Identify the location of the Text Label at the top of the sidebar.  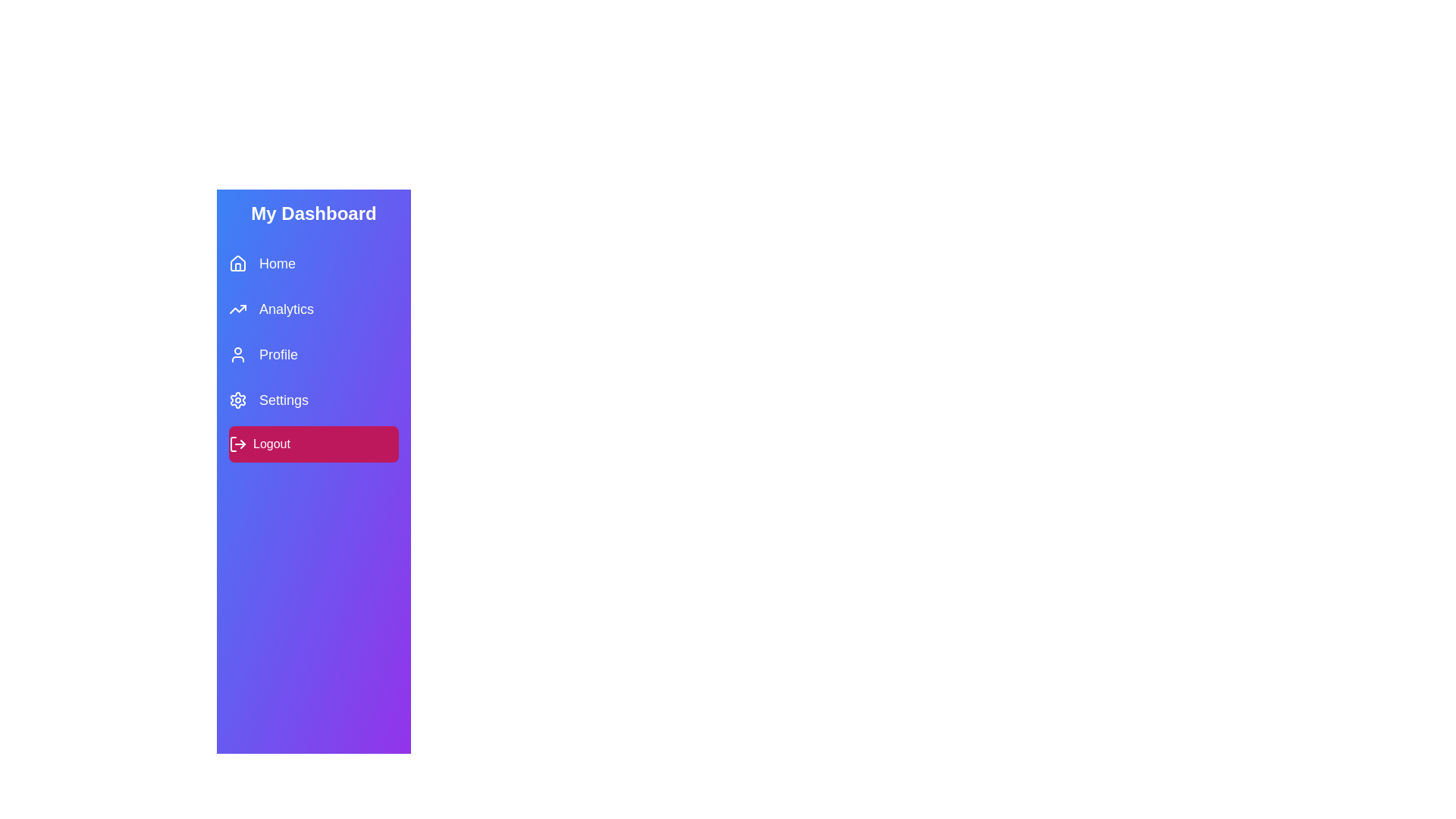
(312, 213).